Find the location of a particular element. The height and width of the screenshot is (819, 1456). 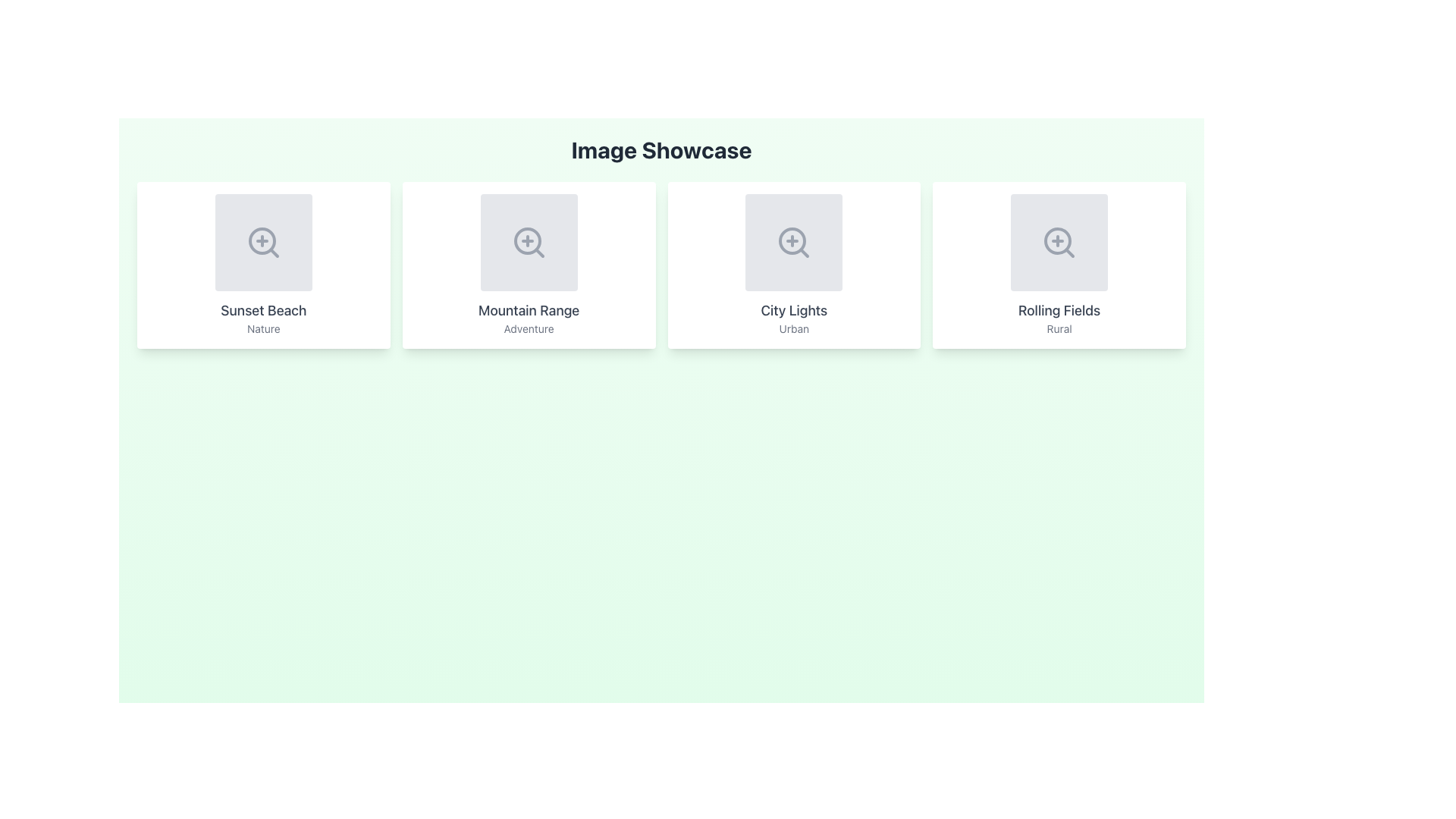

the diagonal line within the magnifying glass icon located on the first card labeled 'Sunset Beach, Nature' is located at coordinates (274, 252).